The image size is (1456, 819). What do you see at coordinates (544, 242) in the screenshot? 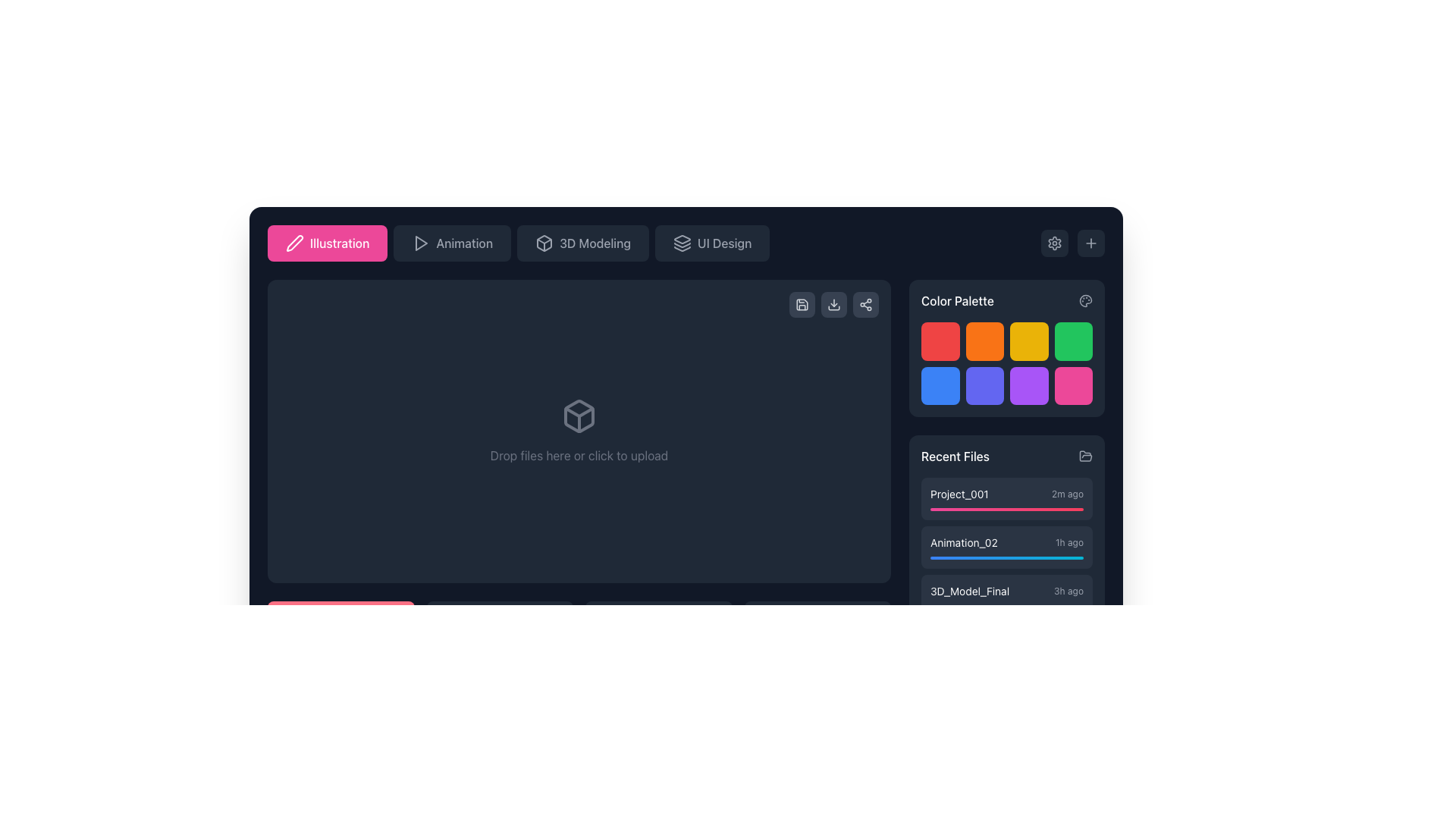
I see `the '3D Modeling' button in the navigation bar` at bounding box center [544, 242].